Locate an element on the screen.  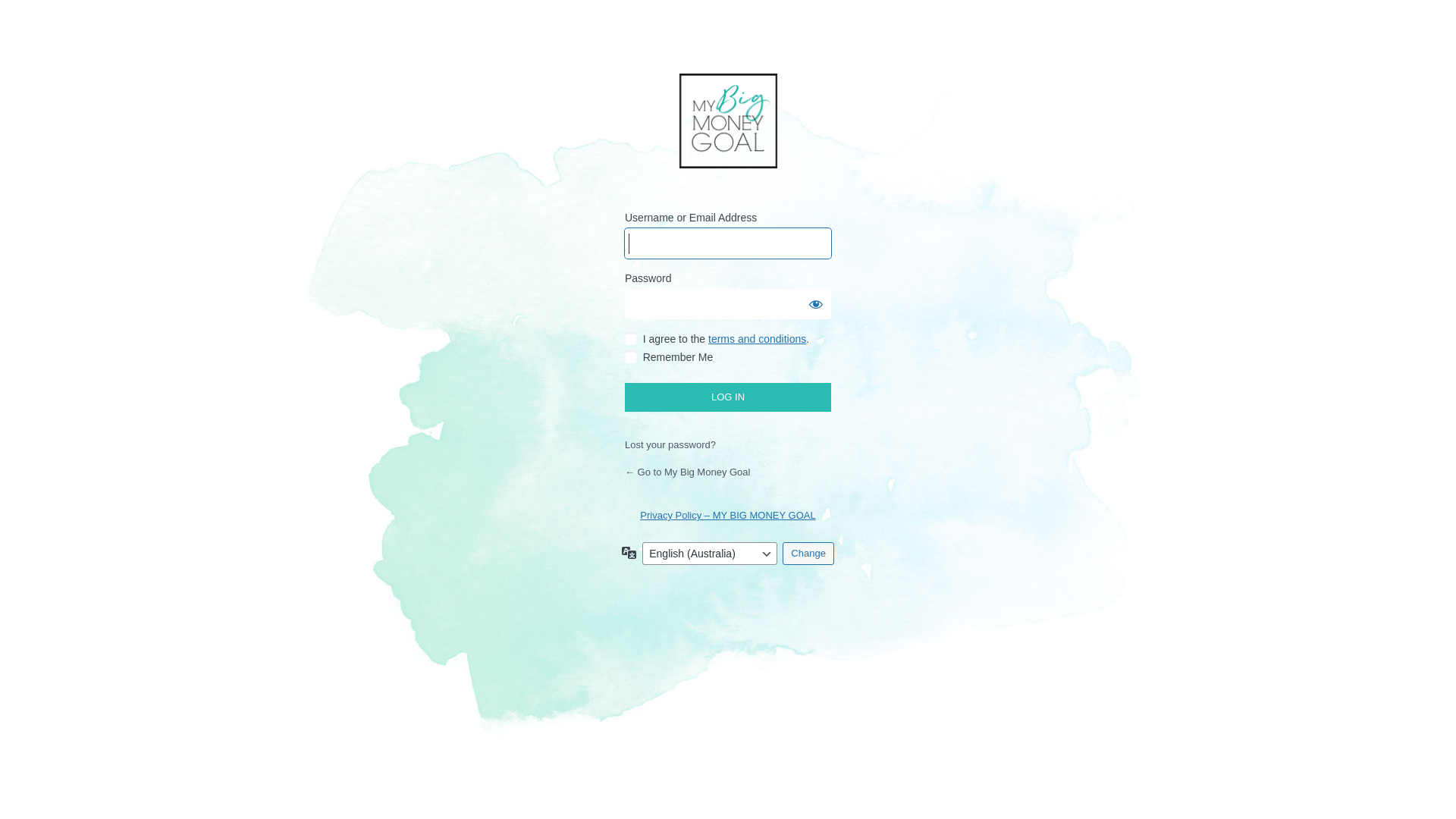
'terms and conditions' is located at coordinates (757, 338).